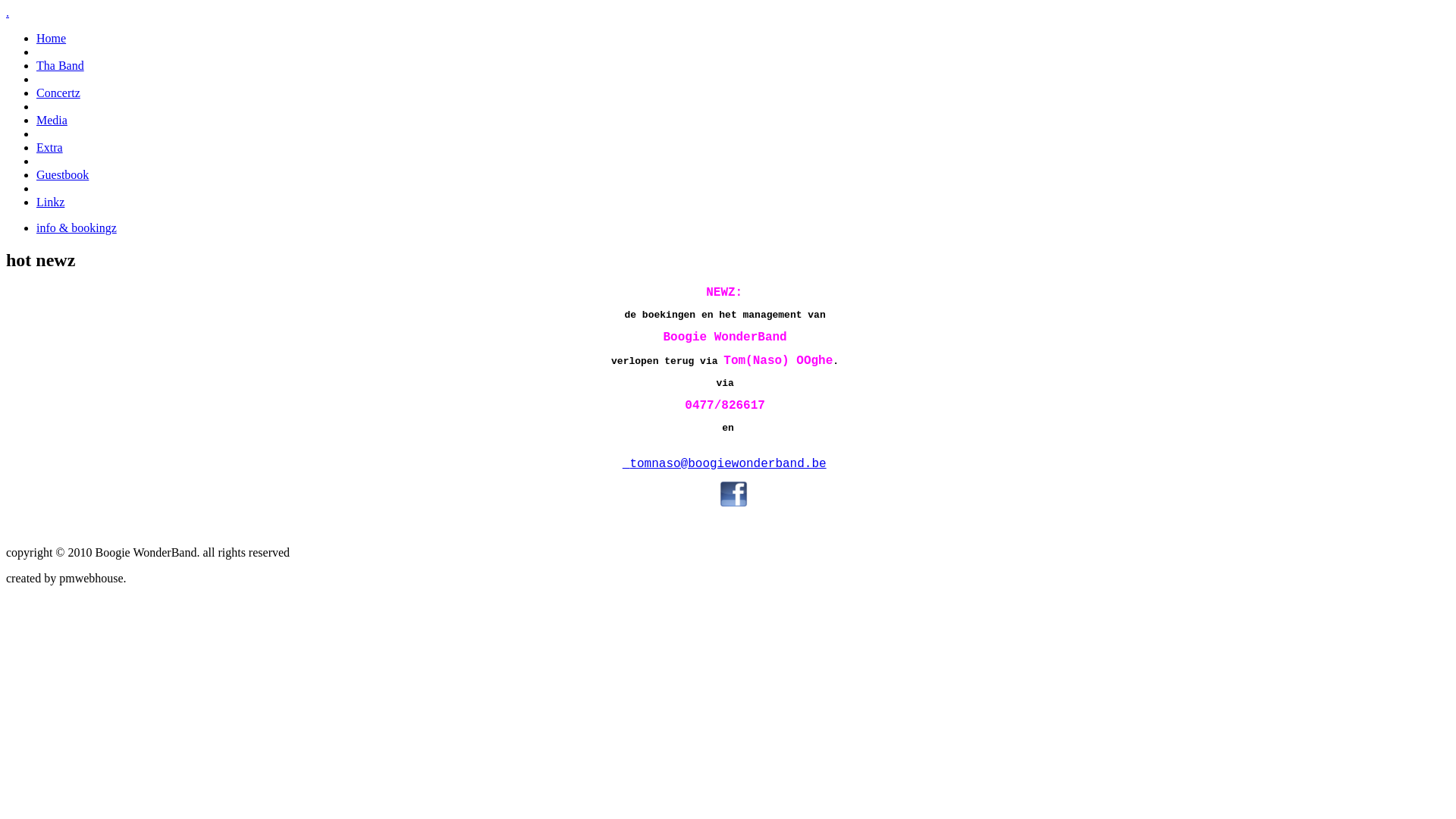 The image size is (1456, 819). I want to click on 'Home', so click(51, 37).